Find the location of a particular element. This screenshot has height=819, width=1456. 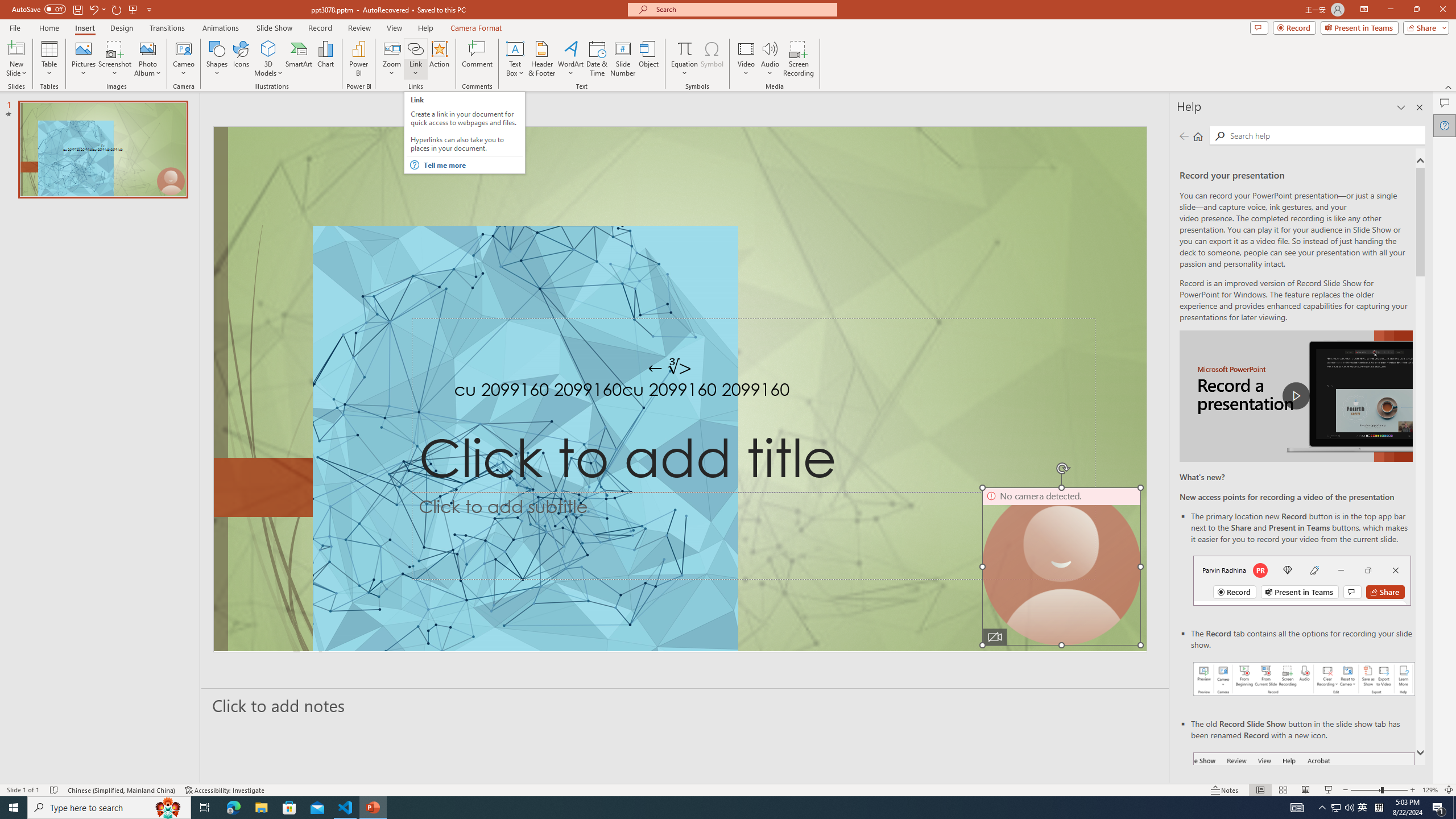

'Screenshot' is located at coordinates (114, 59).